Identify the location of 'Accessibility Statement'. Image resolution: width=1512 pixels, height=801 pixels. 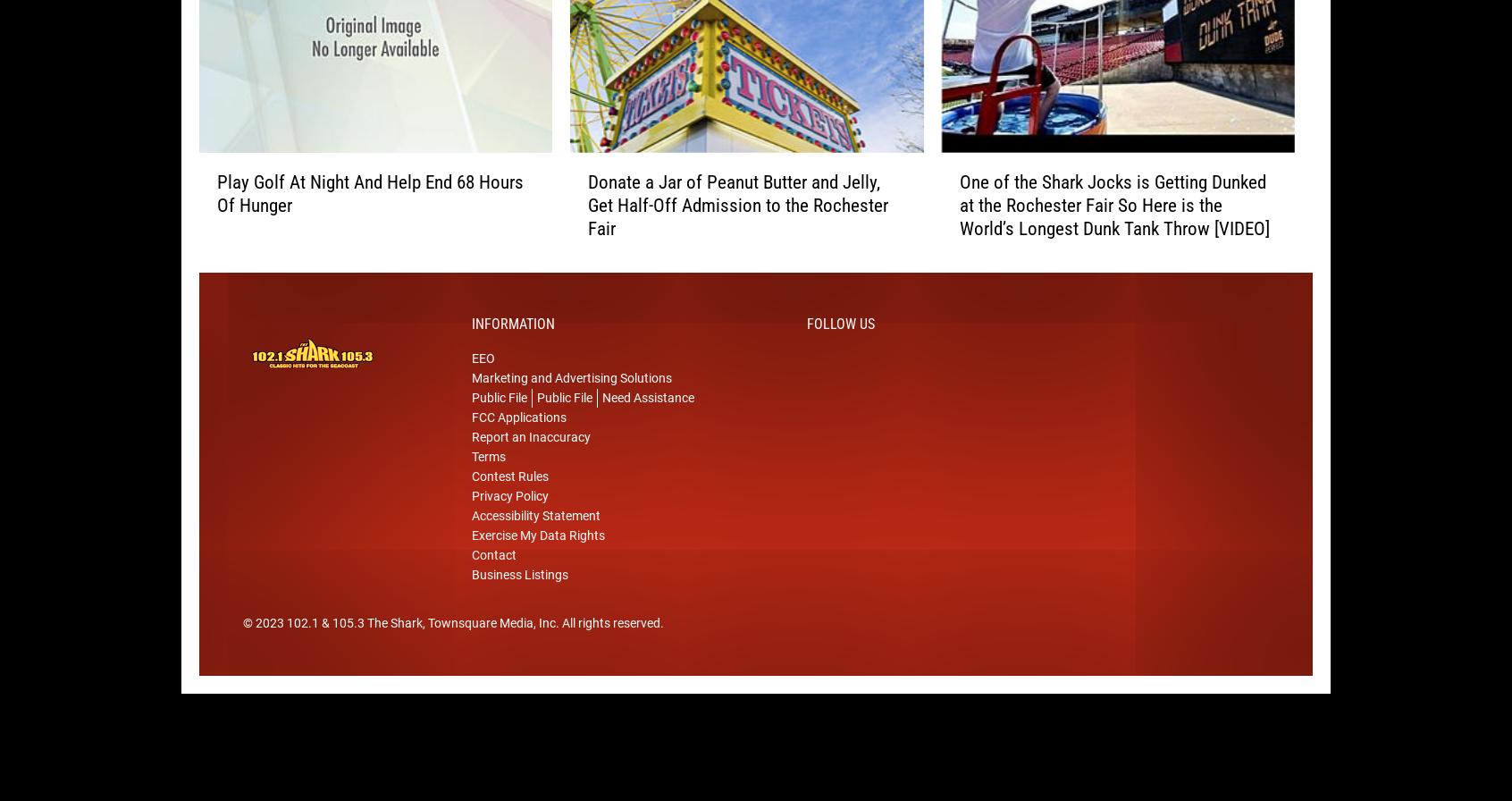
(534, 544).